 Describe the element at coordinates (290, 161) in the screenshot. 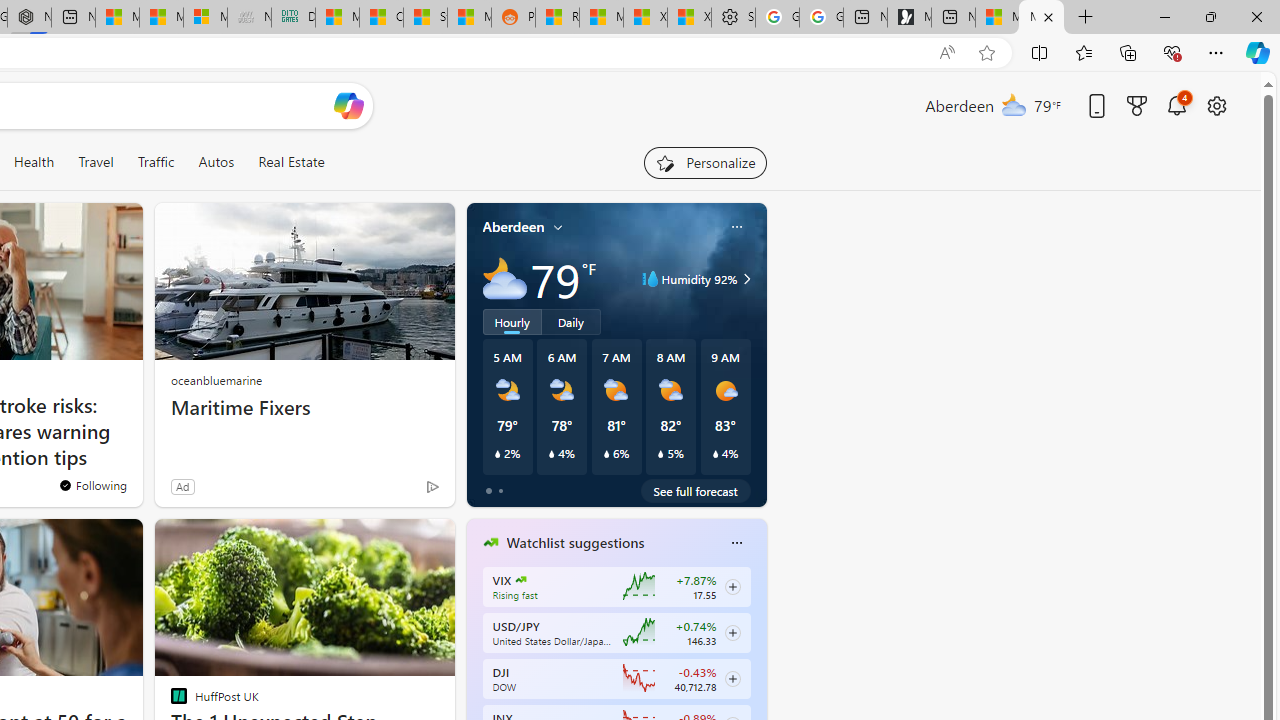

I see `'Real Estate'` at that location.